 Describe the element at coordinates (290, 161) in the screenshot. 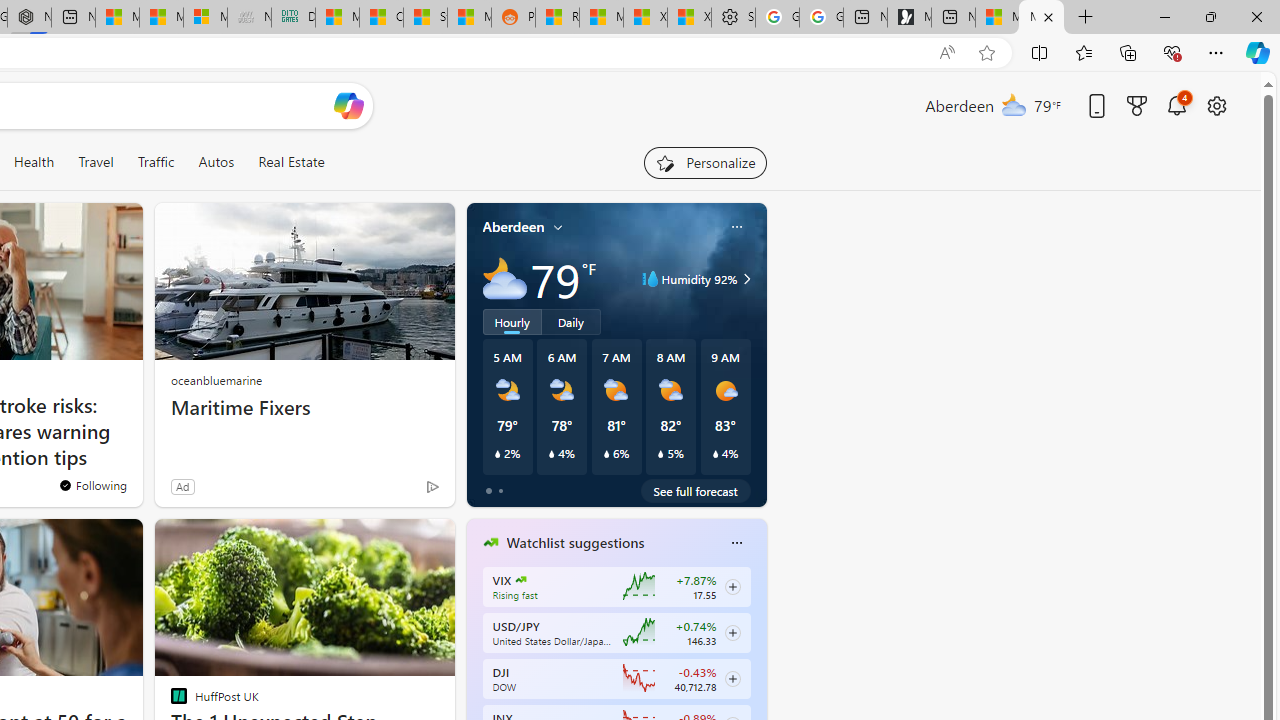

I see `'Real Estate'` at that location.